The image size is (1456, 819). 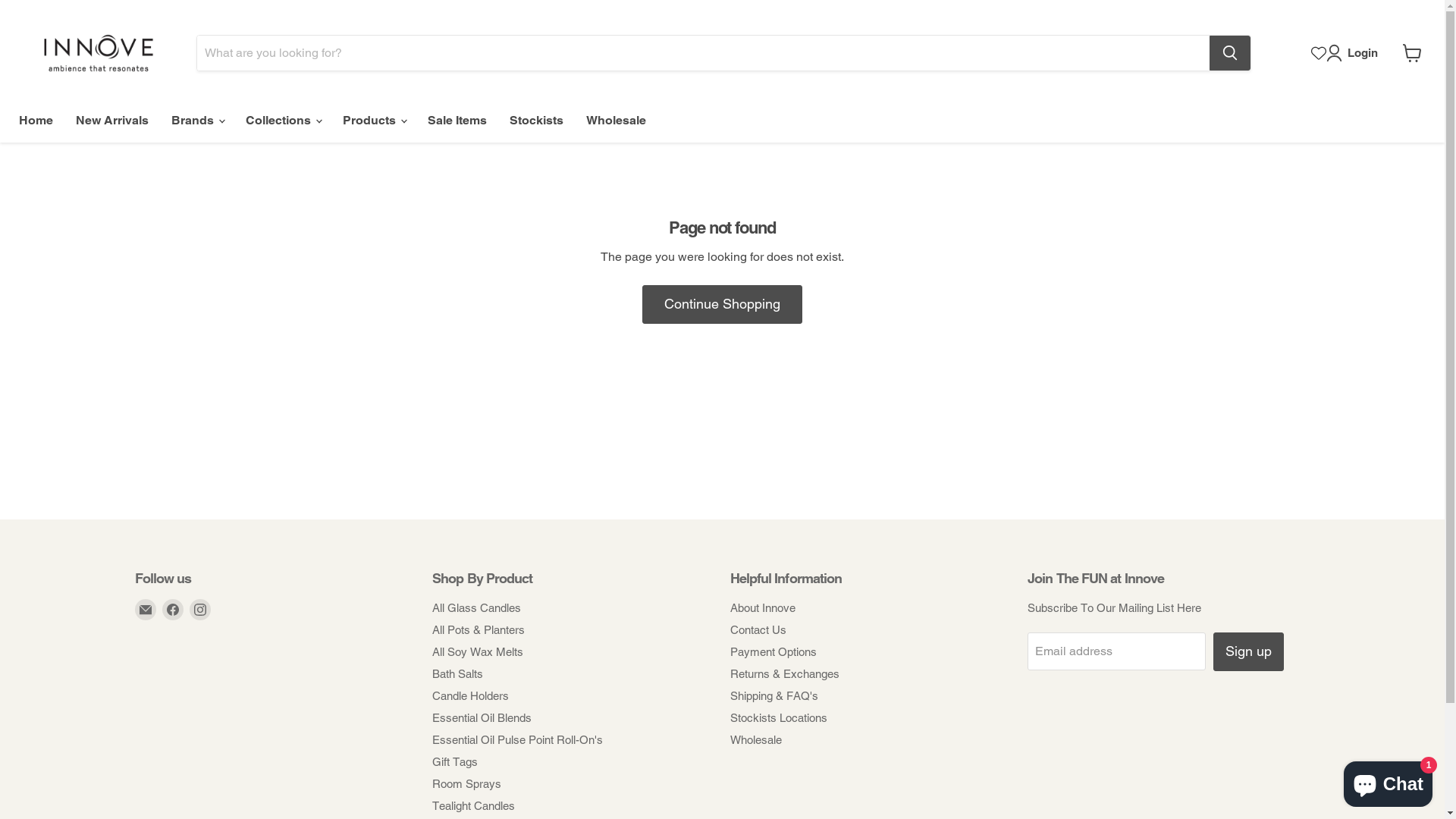 What do you see at coordinates (431, 607) in the screenshot?
I see `'All Glass Candles'` at bounding box center [431, 607].